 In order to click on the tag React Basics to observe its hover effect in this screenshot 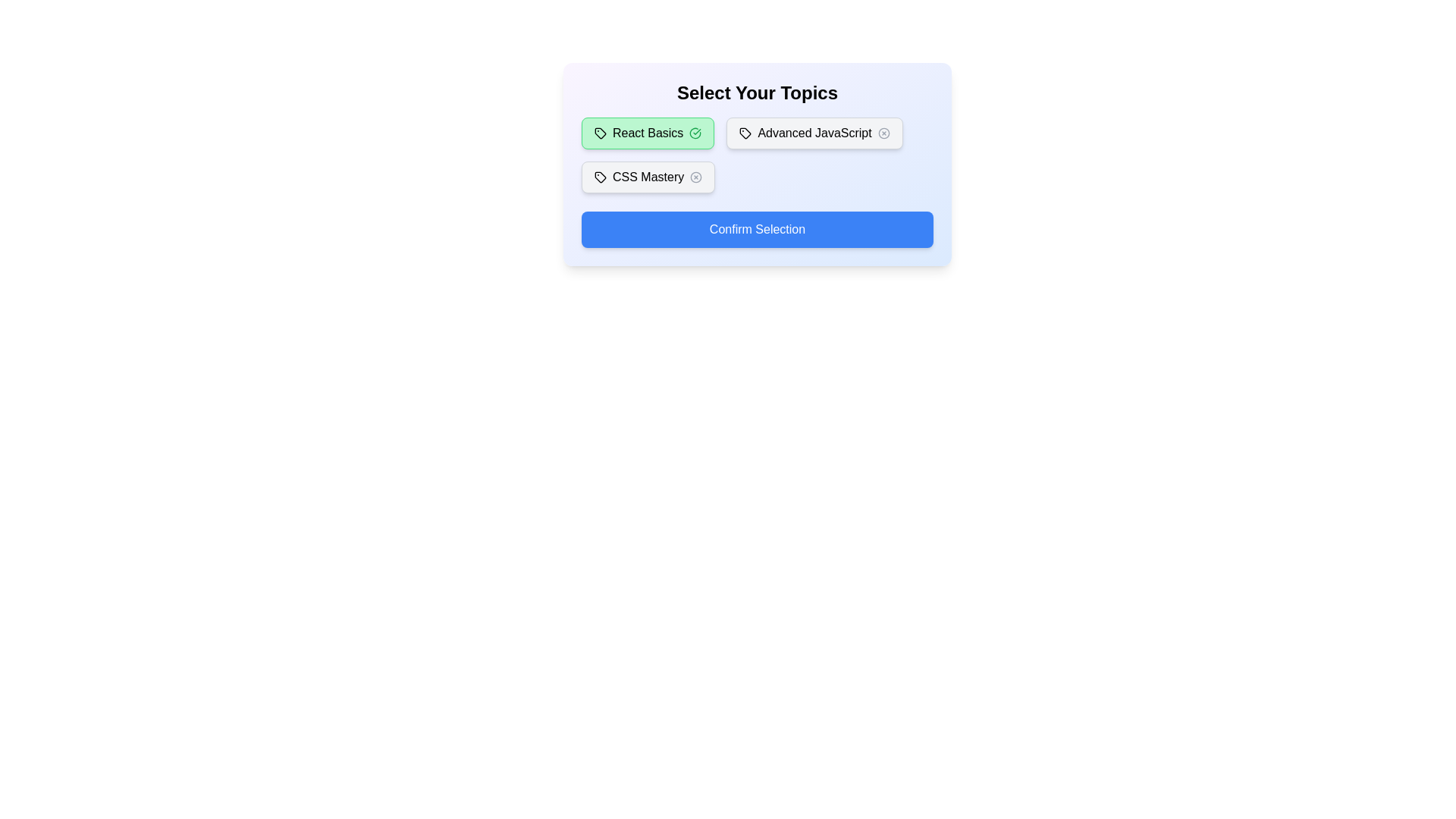, I will do `click(648, 133)`.